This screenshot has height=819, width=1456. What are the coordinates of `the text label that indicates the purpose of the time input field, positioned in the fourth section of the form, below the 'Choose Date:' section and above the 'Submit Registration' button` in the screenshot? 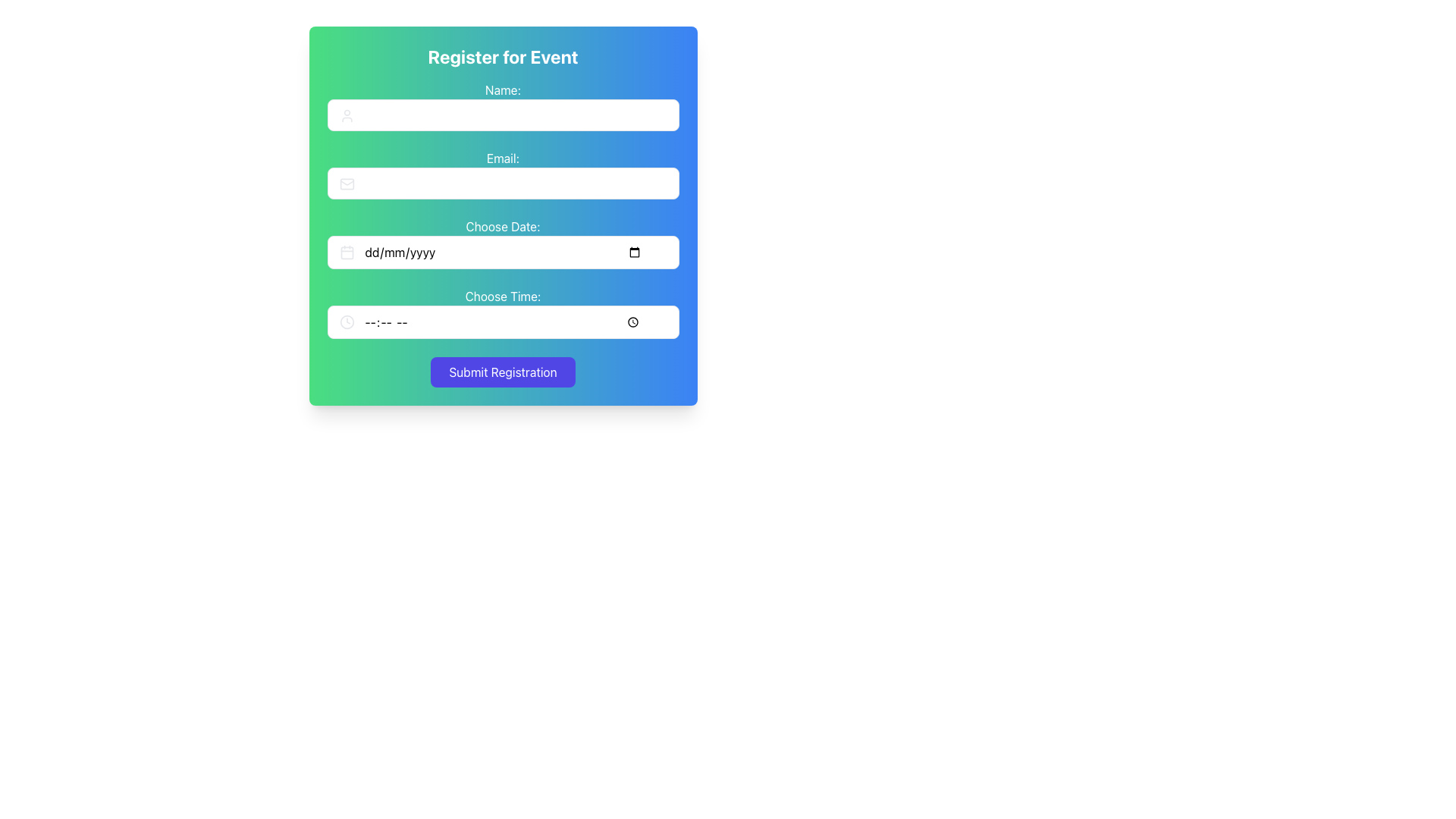 It's located at (503, 312).